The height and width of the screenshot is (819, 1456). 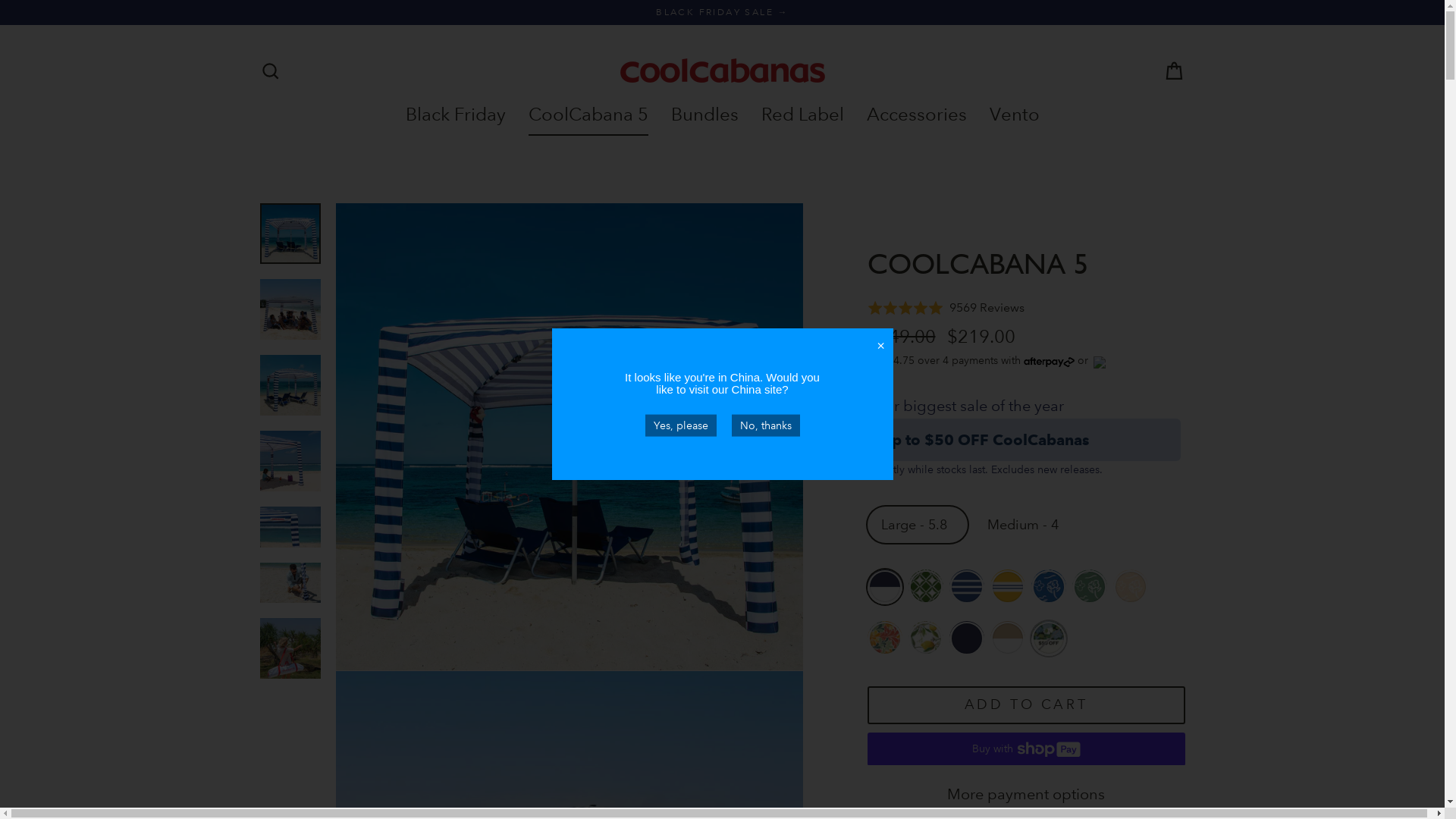 I want to click on 'More payment options', so click(x=1026, y=794).